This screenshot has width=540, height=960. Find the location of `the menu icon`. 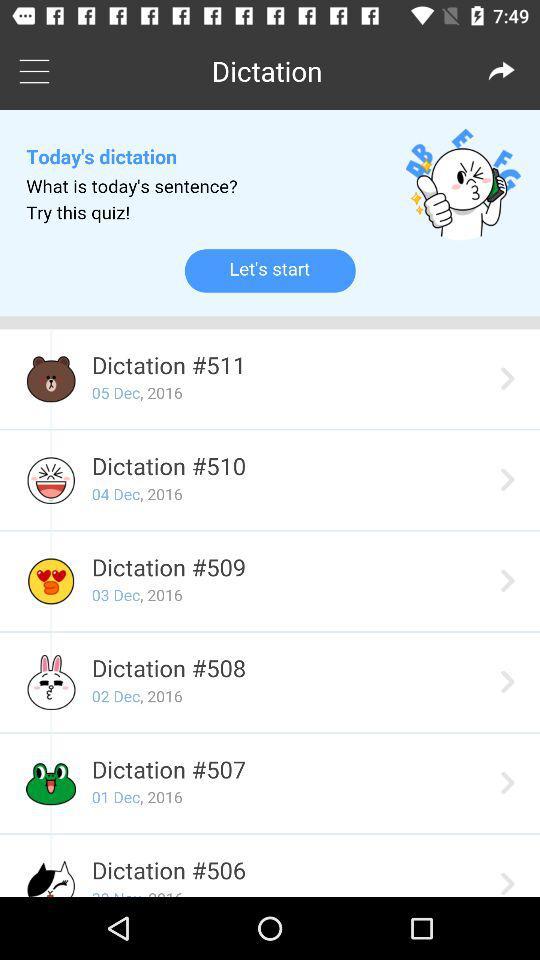

the menu icon is located at coordinates (33, 70).